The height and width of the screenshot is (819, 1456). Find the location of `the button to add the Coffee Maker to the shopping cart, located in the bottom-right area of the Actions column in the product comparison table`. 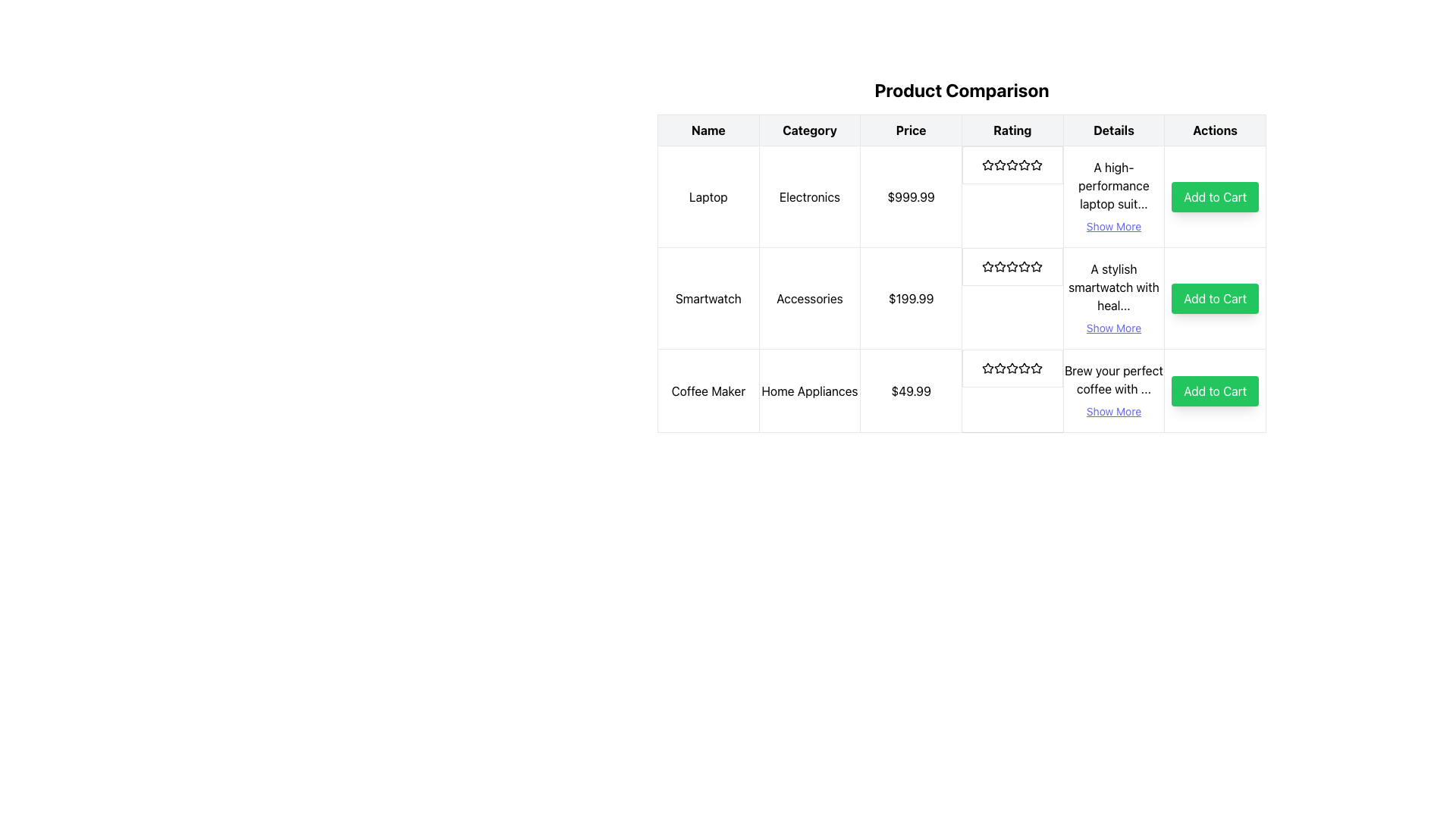

the button to add the Coffee Maker to the shopping cart, located in the bottom-right area of the Actions column in the product comparison table is located at coordinates (1215, 390).